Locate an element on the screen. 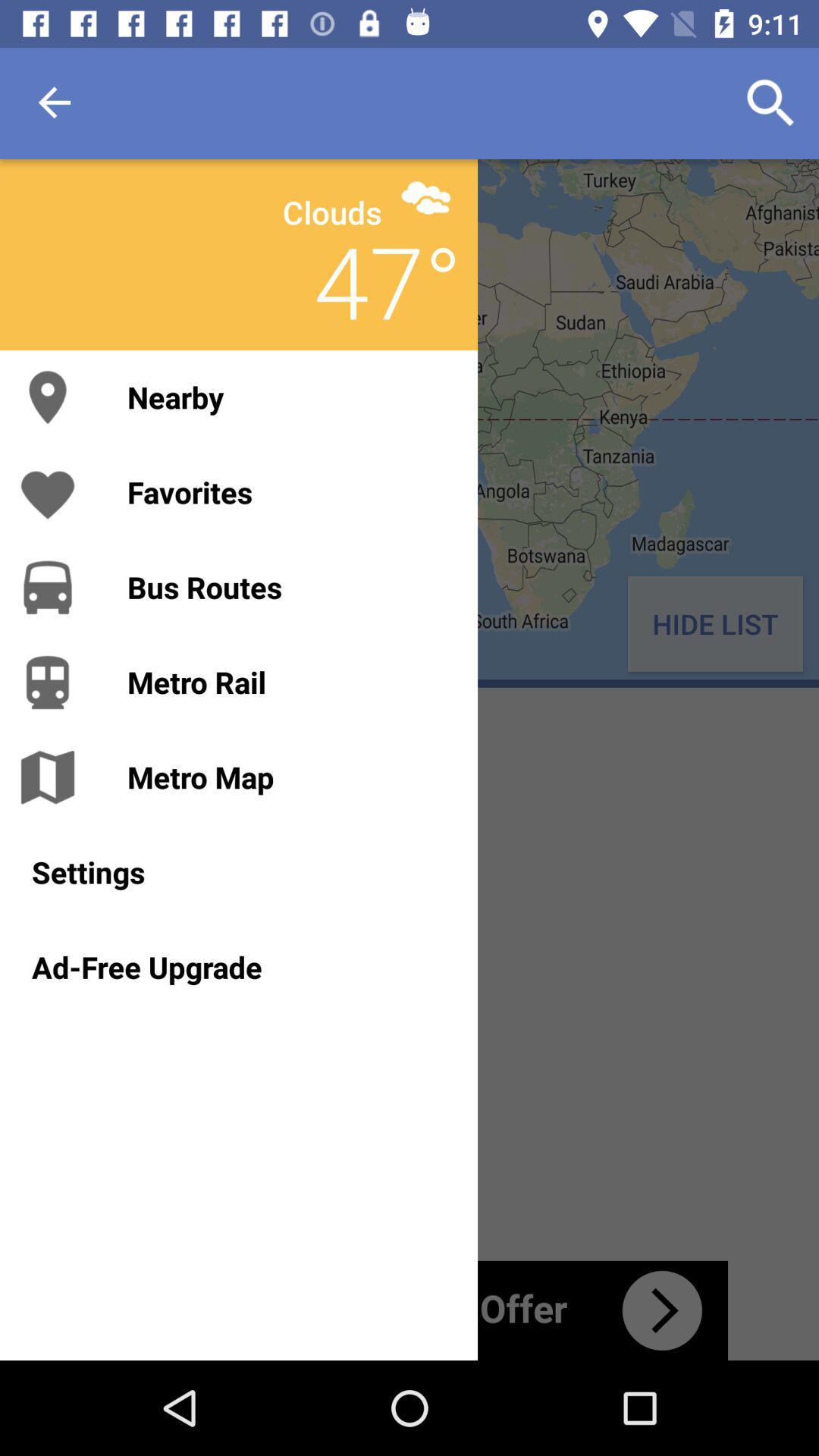 The width and height of the screenshot is (819, 1456). the item above the ad-free upgrade icon is located at coordinates (239, 872).